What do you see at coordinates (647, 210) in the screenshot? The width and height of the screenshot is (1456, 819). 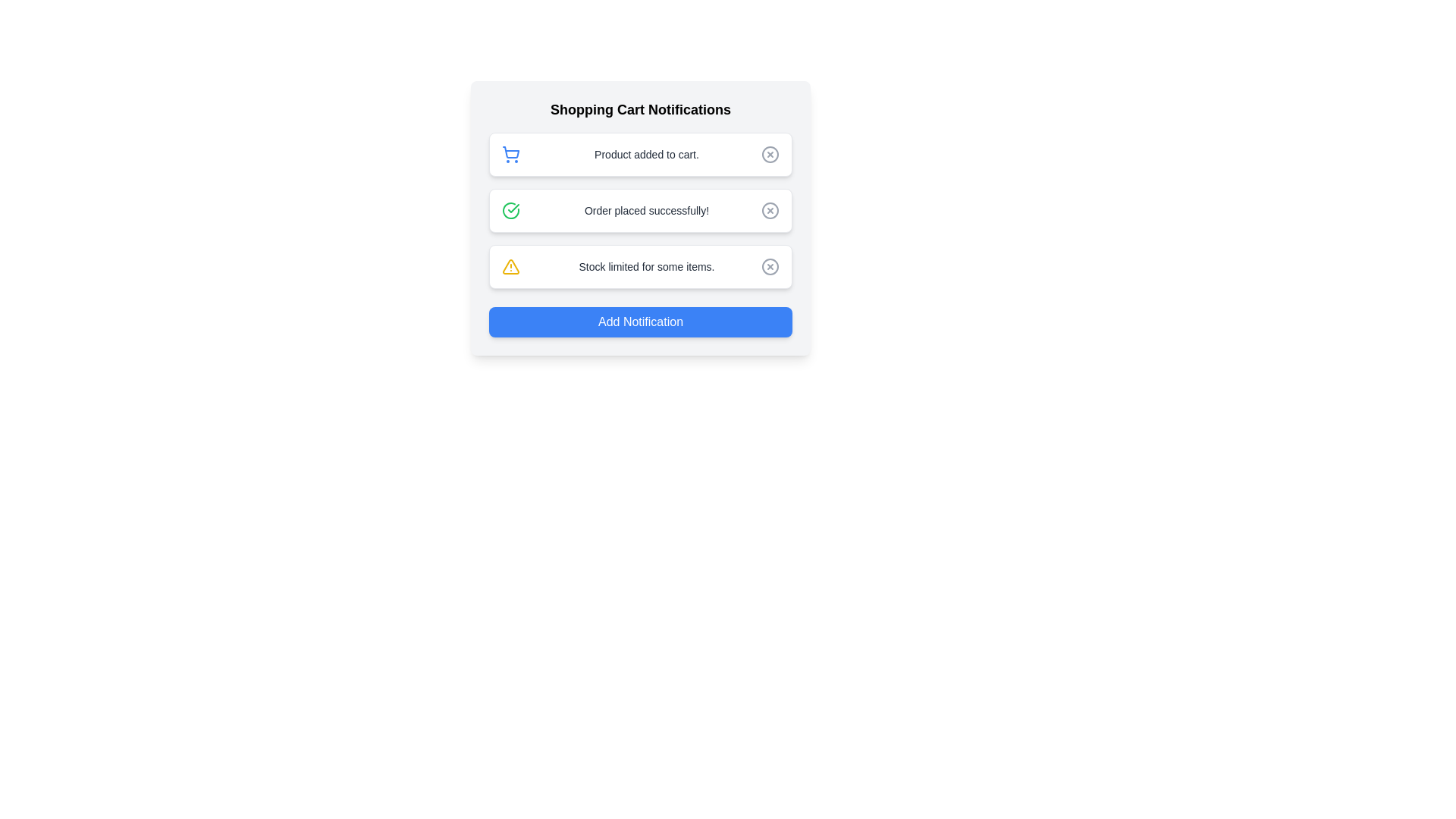 I see `the text label that informs the user about the successful placement of an order, located in the middle of the three notification cards in the 'Shopping Cart Notifications' panel` at bounding box center [647, 210].